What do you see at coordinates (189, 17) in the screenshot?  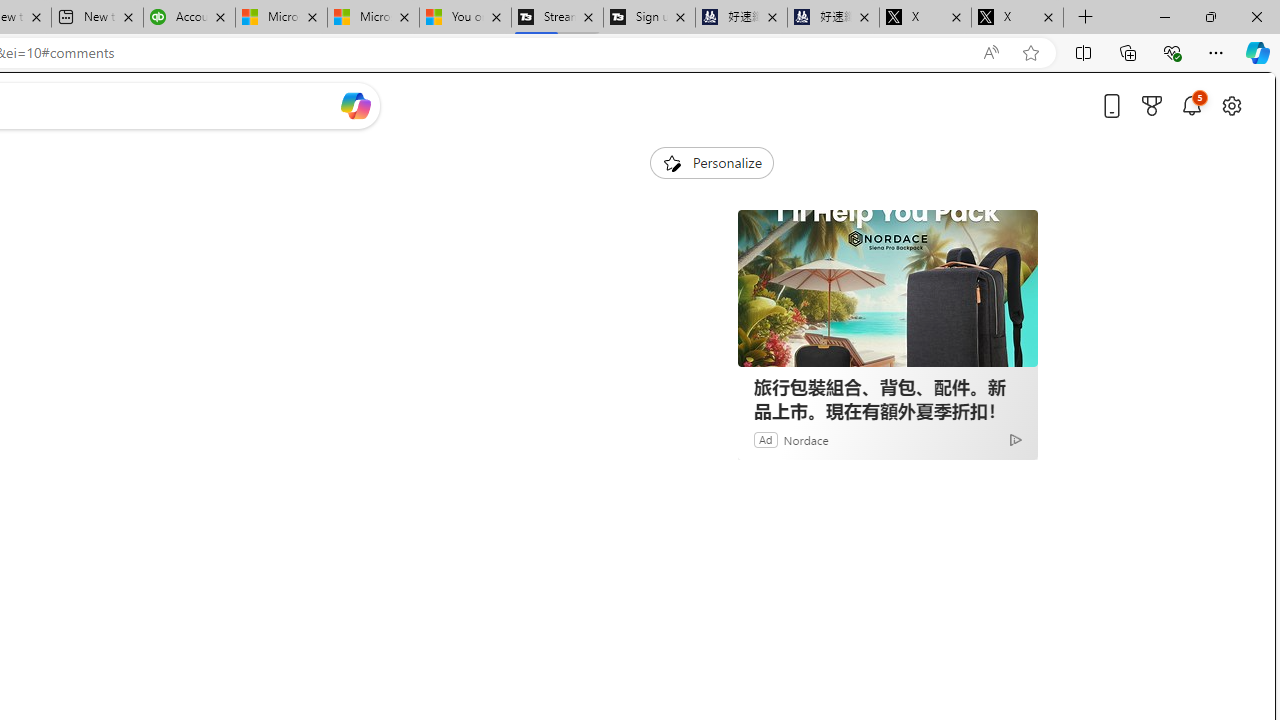 I see `'Accounting Software for Accountants, CPAs and Bookkeepers'` at bounding box center [189, 17].